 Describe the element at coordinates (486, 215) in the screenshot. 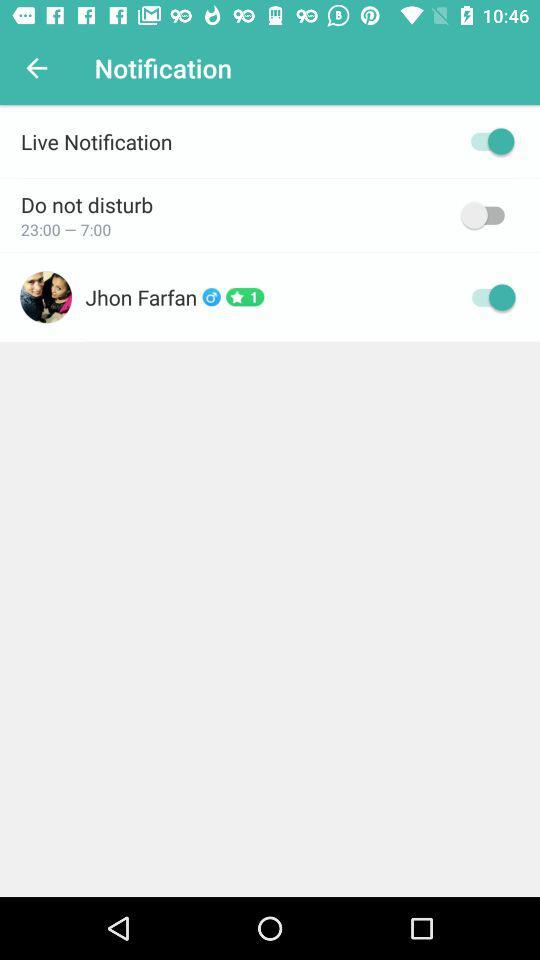

I see `do not disturb` at that location.